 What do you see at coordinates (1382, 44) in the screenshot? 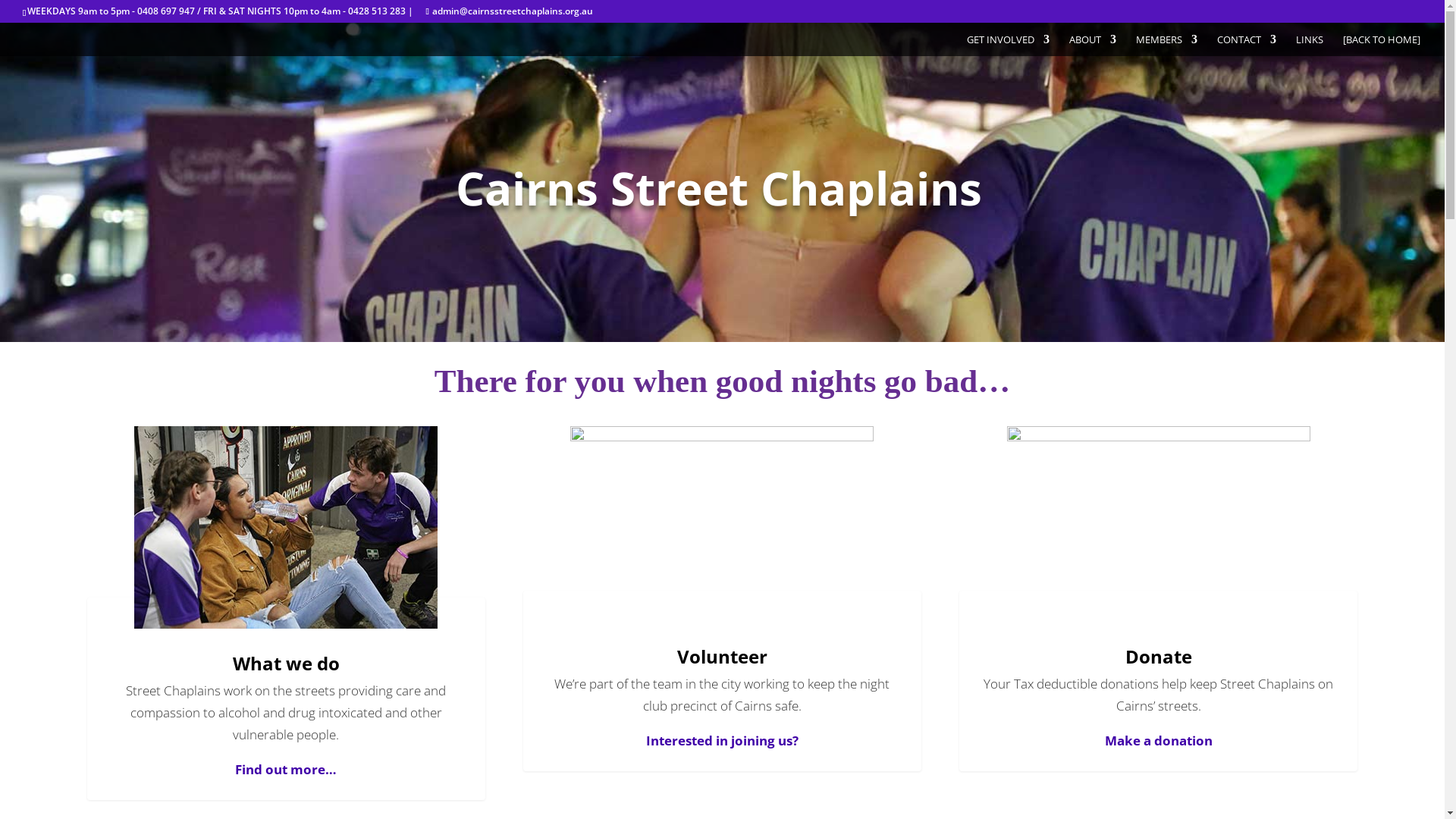
I see `'[BACK TO HOME]'` at bounding box center [1382, 44].